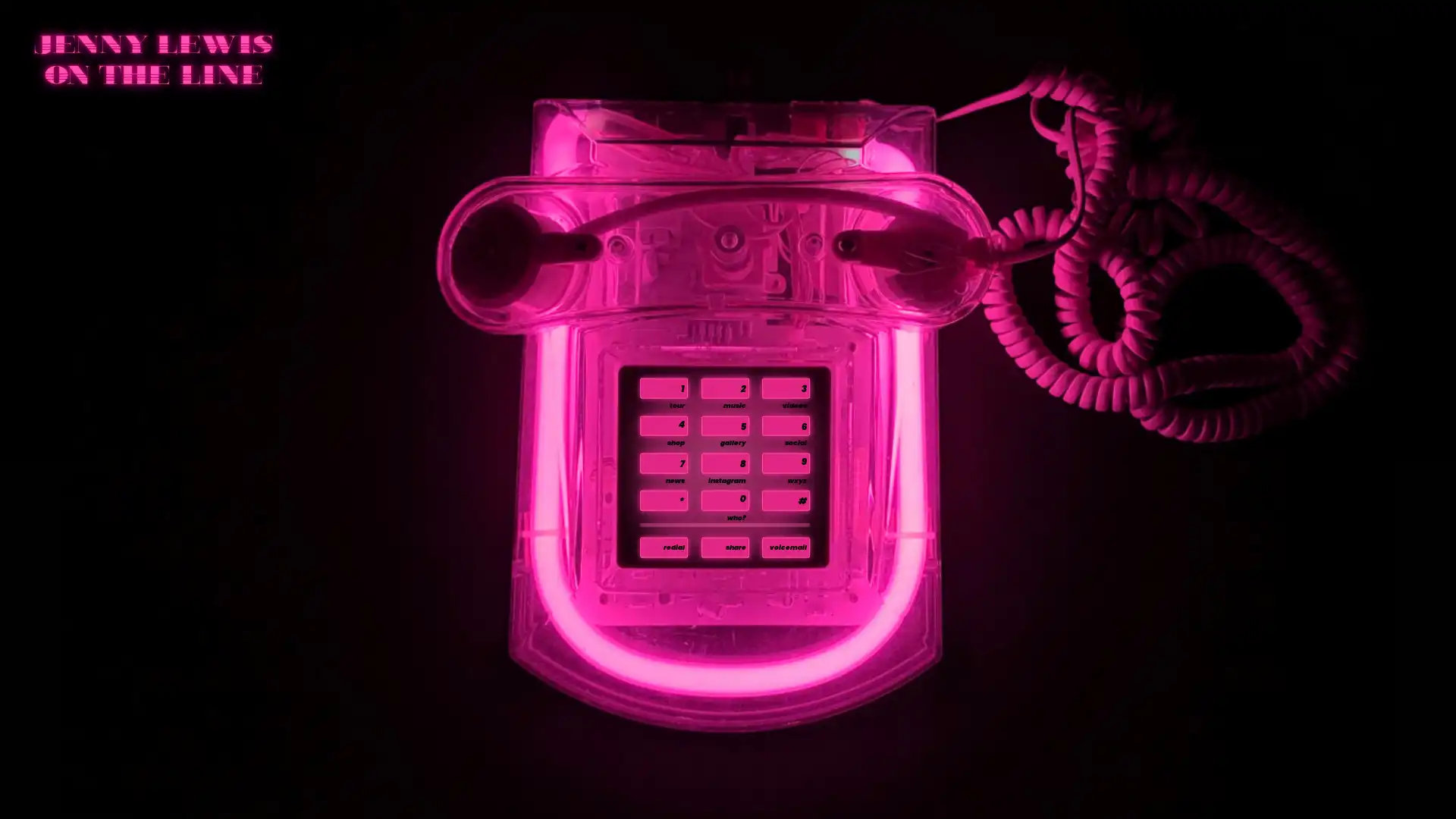  Describe the element at coordinates (785, 425) in the screenshot. I see `6 social` at that location.